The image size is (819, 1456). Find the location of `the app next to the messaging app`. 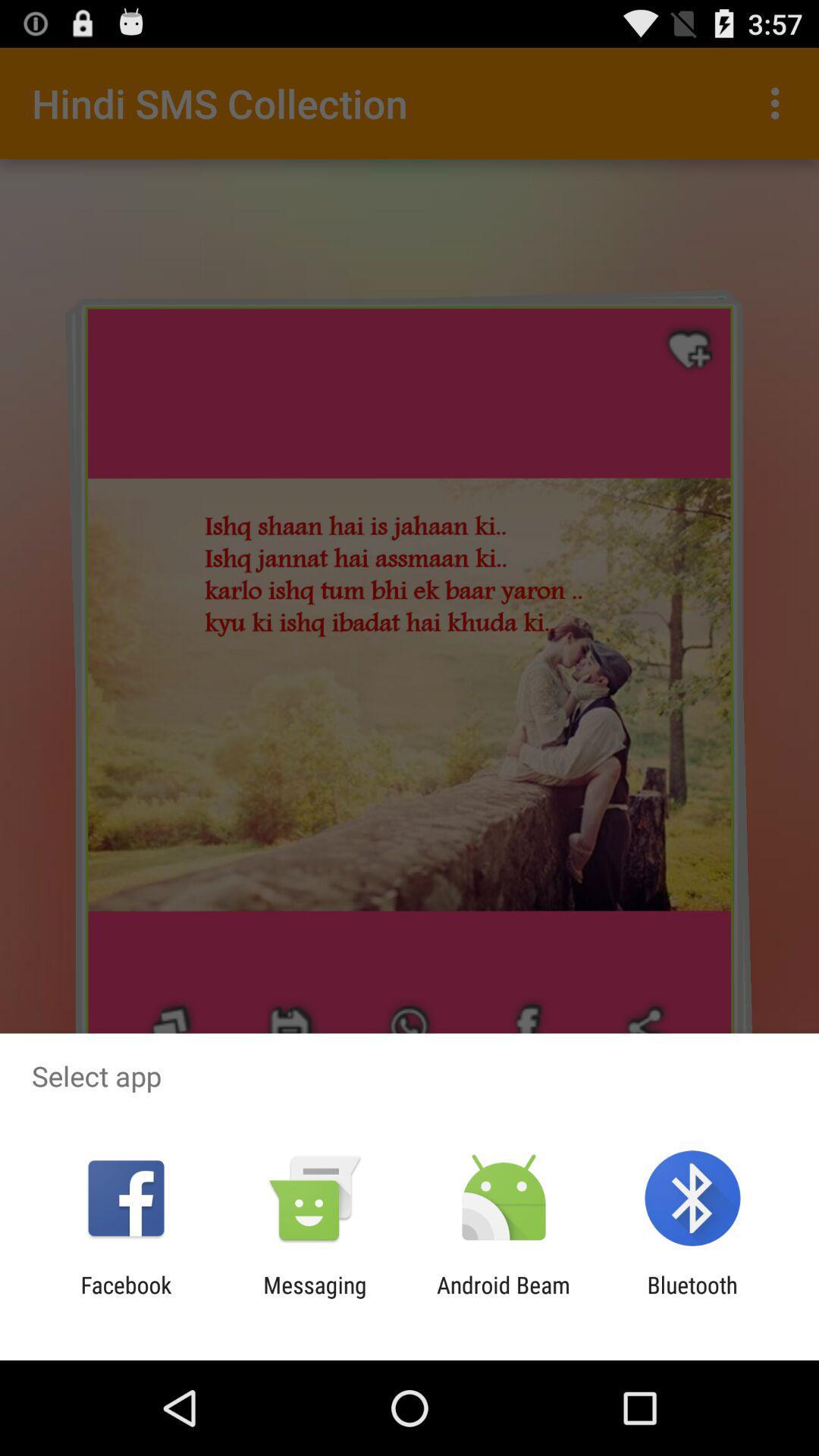

the app next to the messaging app is located at coordinates (504, 1298).